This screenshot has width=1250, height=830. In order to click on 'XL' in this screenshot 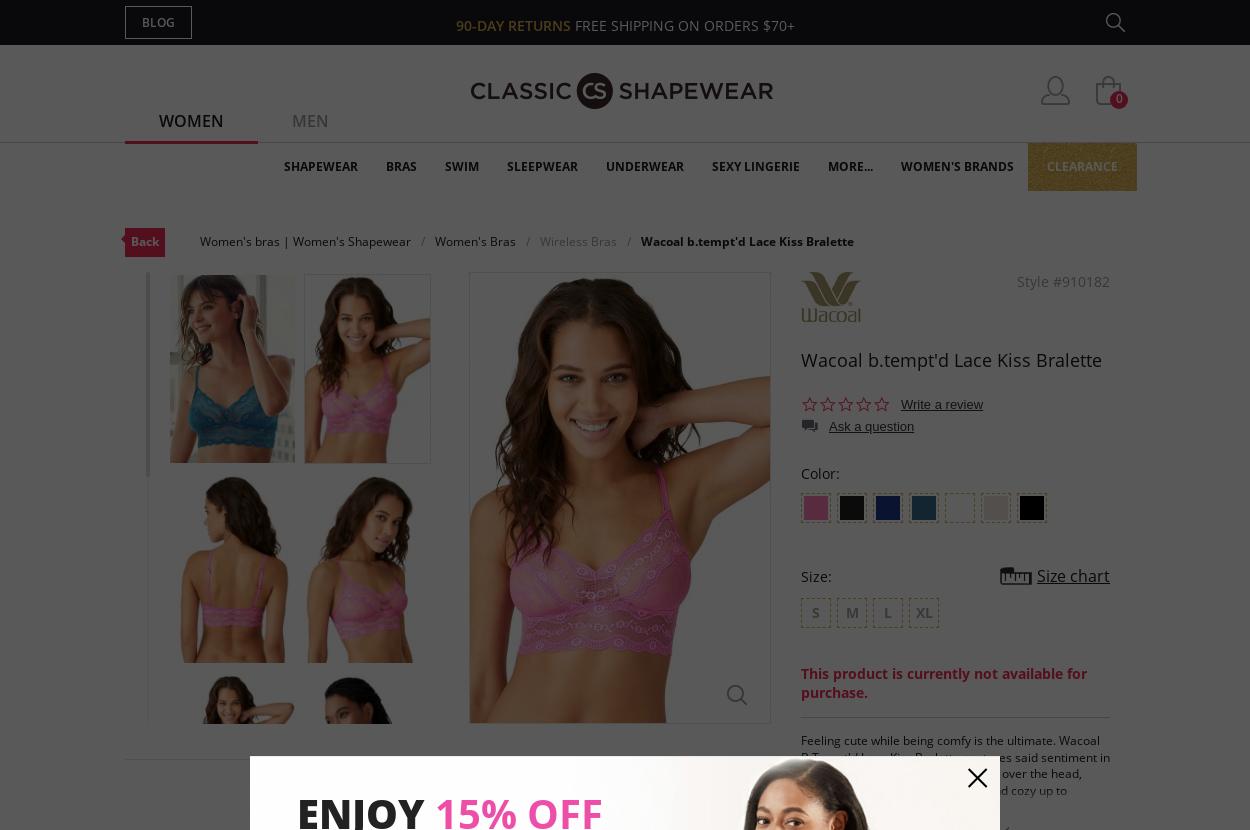, I will do `click(915, 611)`.